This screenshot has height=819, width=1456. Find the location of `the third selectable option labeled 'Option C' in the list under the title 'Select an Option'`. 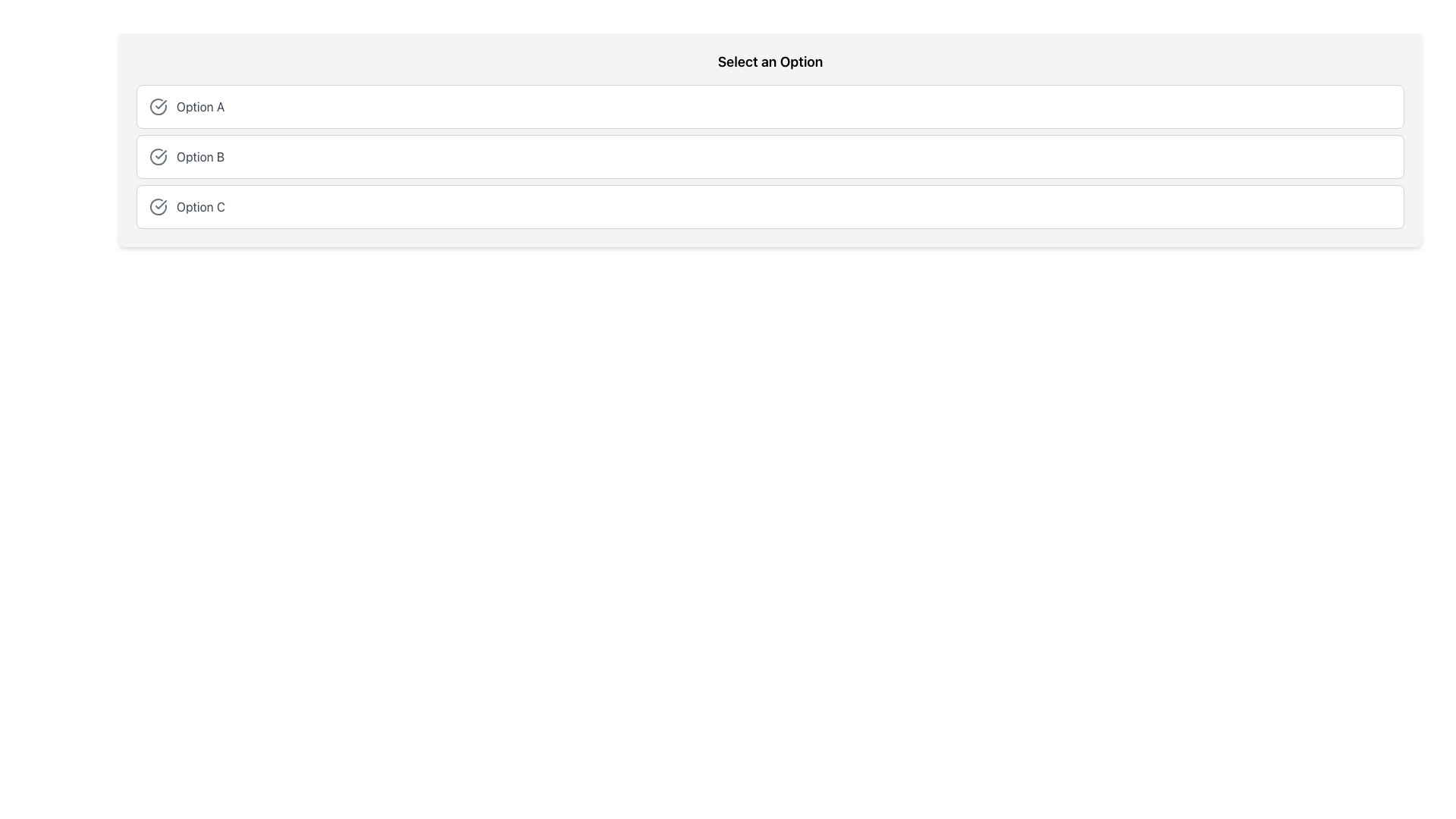

the third selectable option labeled 'Option C' in the list under the title 'Select an Option' is located at coordinates (770, 207).